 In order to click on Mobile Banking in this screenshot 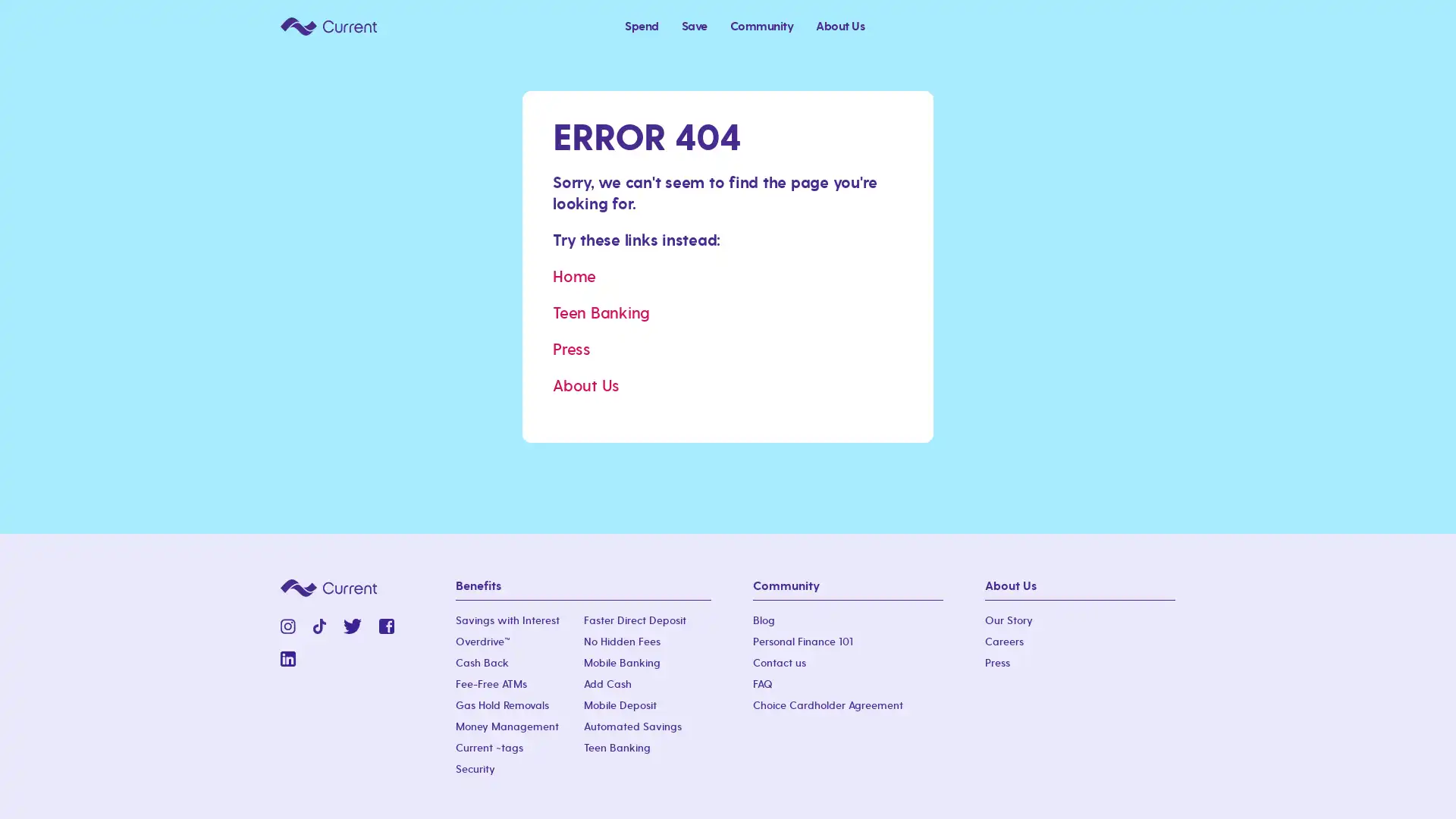, I will do `click(621, 663)`.